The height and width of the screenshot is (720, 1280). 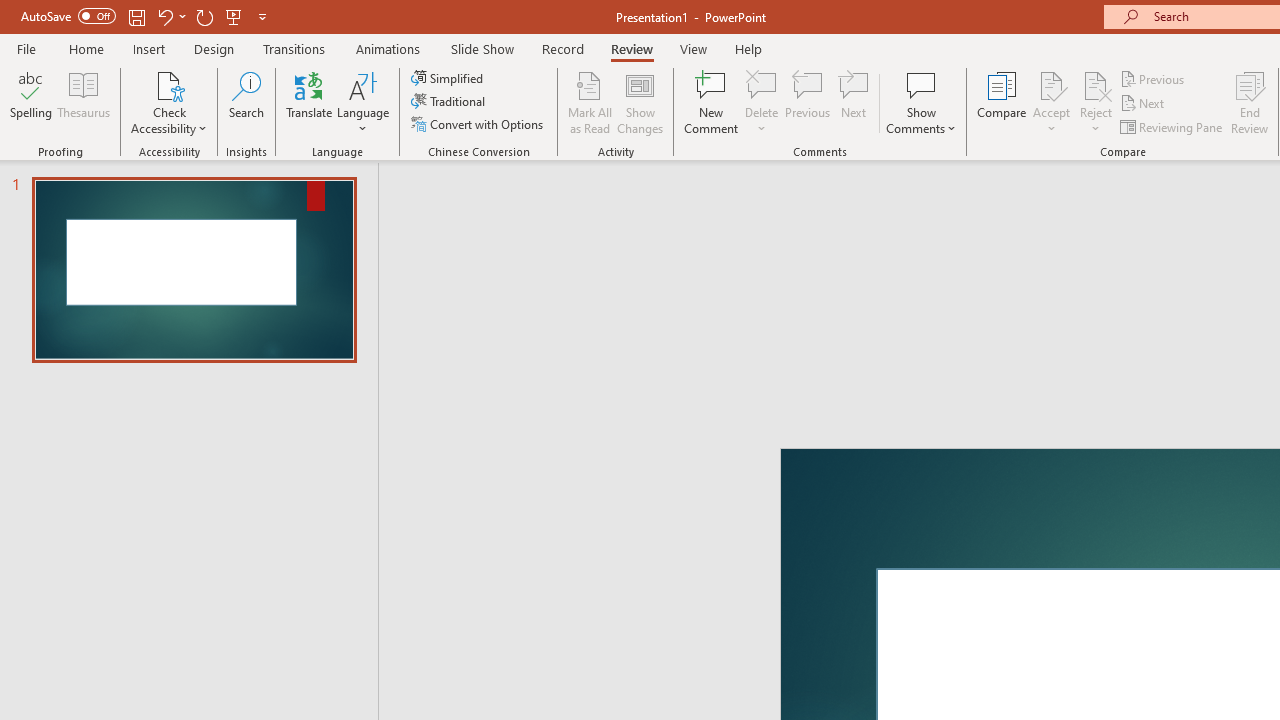 What do you see at coordinates (1050, 84) in the screenshot?
I see `'Accept Change'` at bounding box center [1050, 84].